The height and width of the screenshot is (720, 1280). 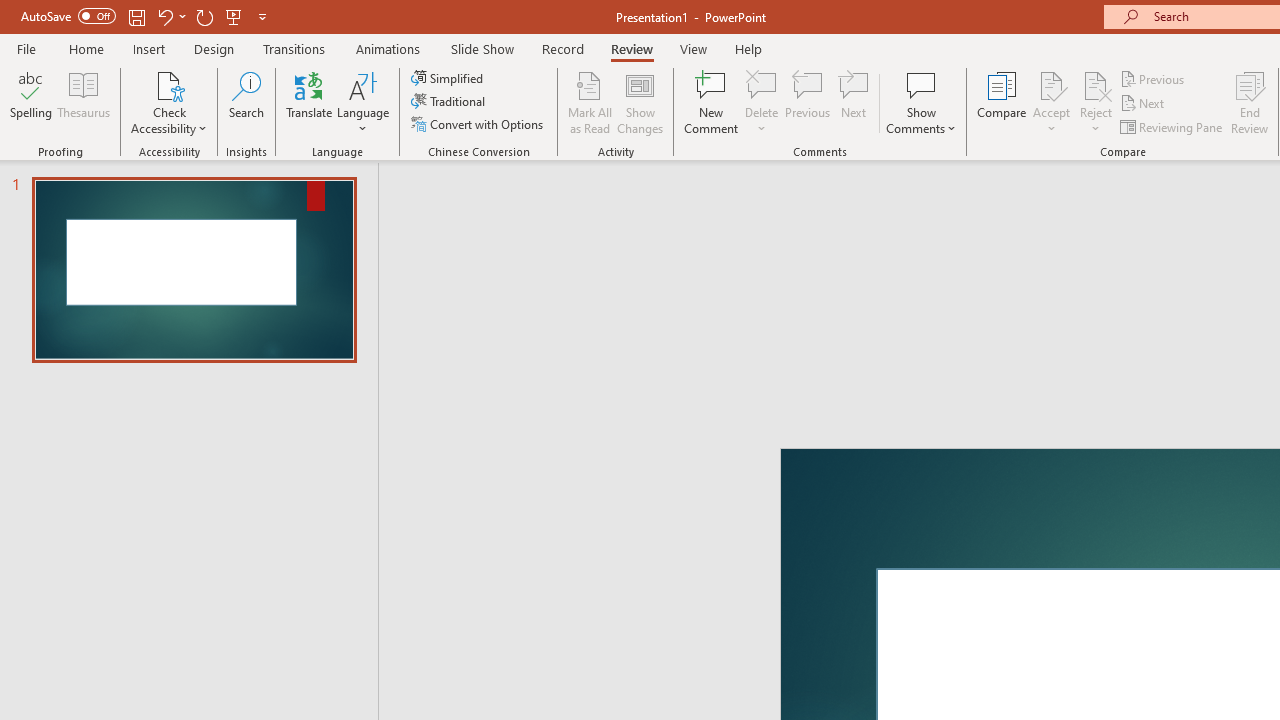 What do you see at coordinates (1050, 84) in the screenshot?
I see `'Accept Change'` at bounding box center [1050, 84].